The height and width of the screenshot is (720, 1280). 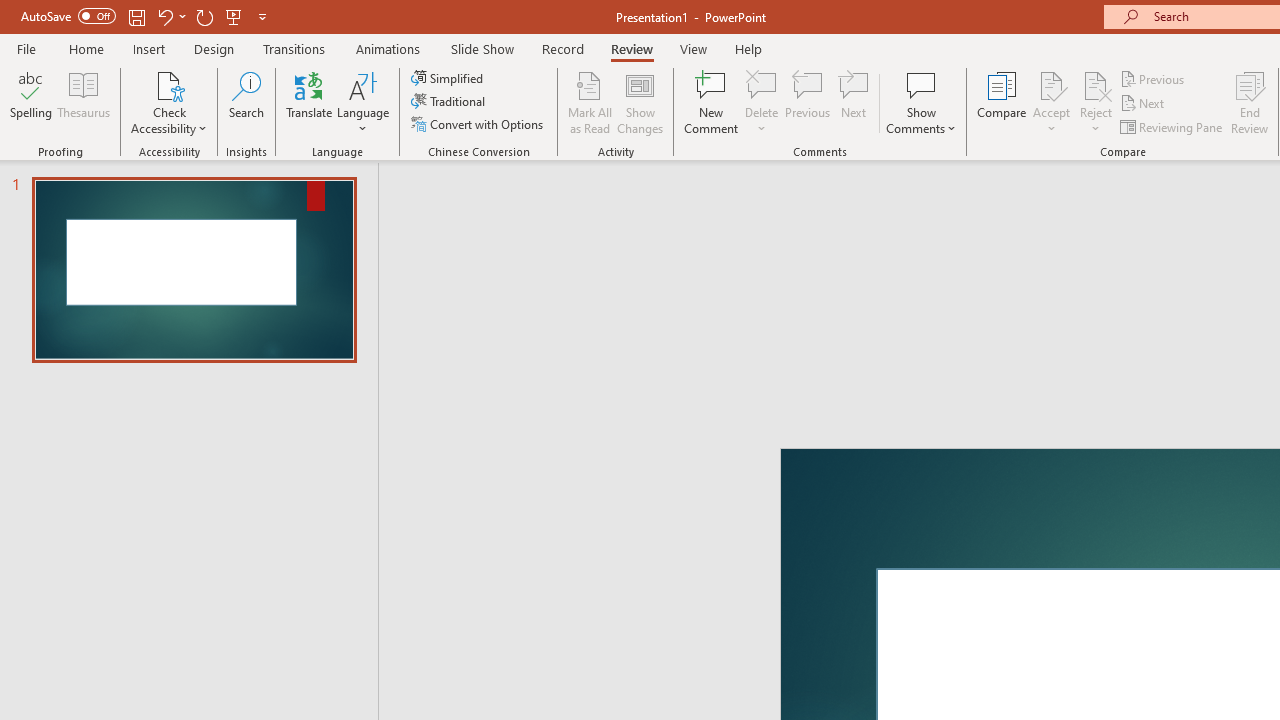 What do you see at coordinates (1050, 84) in the screenshot?
I see `'Accept Change'` at bounding box center [1050, 84].